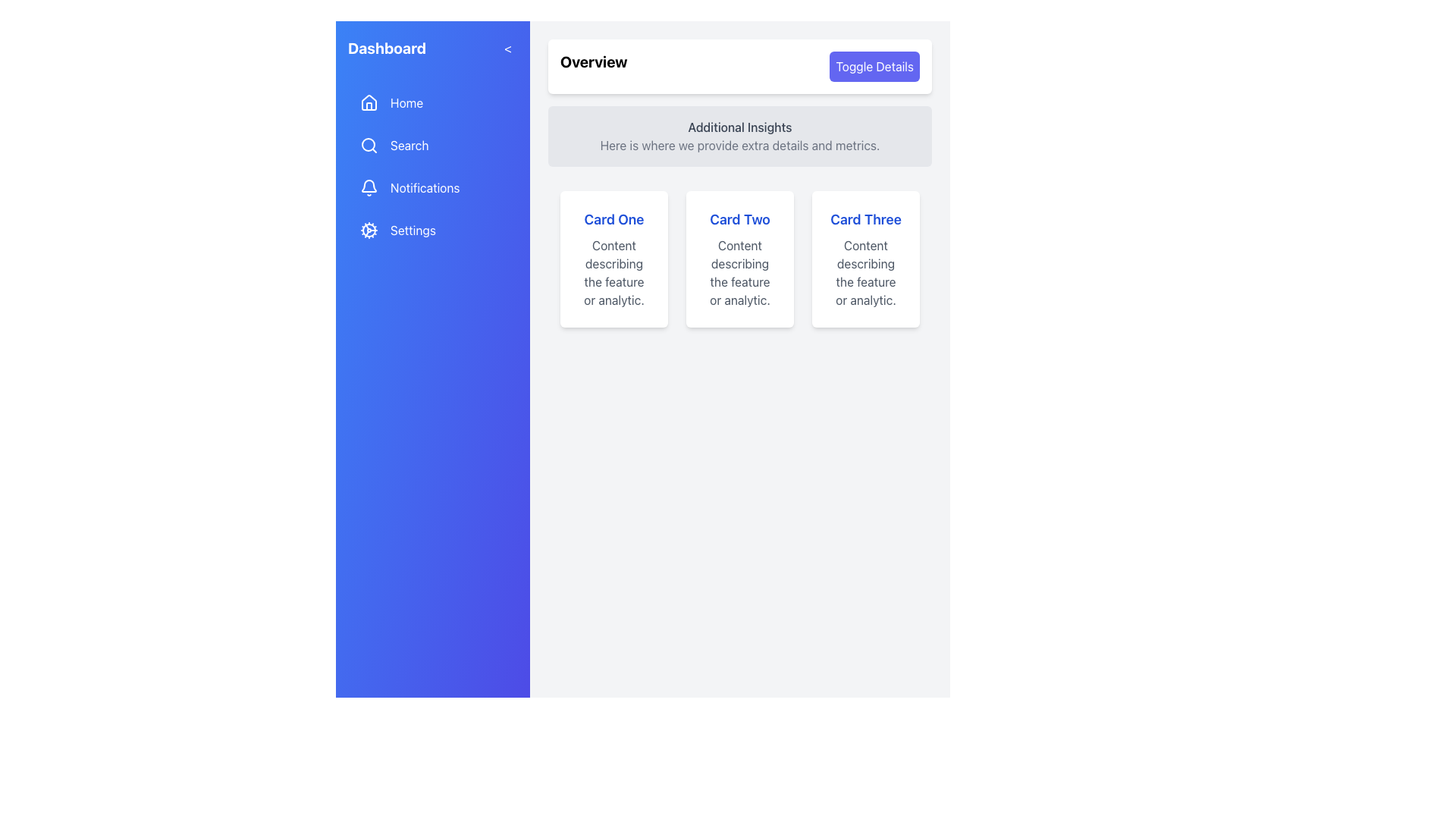 The width and height of the screenshot is (1456, 819). Describe the element at coordinates (614, 271) in the screenshot. I see `the Text Block element styled in a smaller, gray font located under the title 'Card One' within a card layout` at that location.